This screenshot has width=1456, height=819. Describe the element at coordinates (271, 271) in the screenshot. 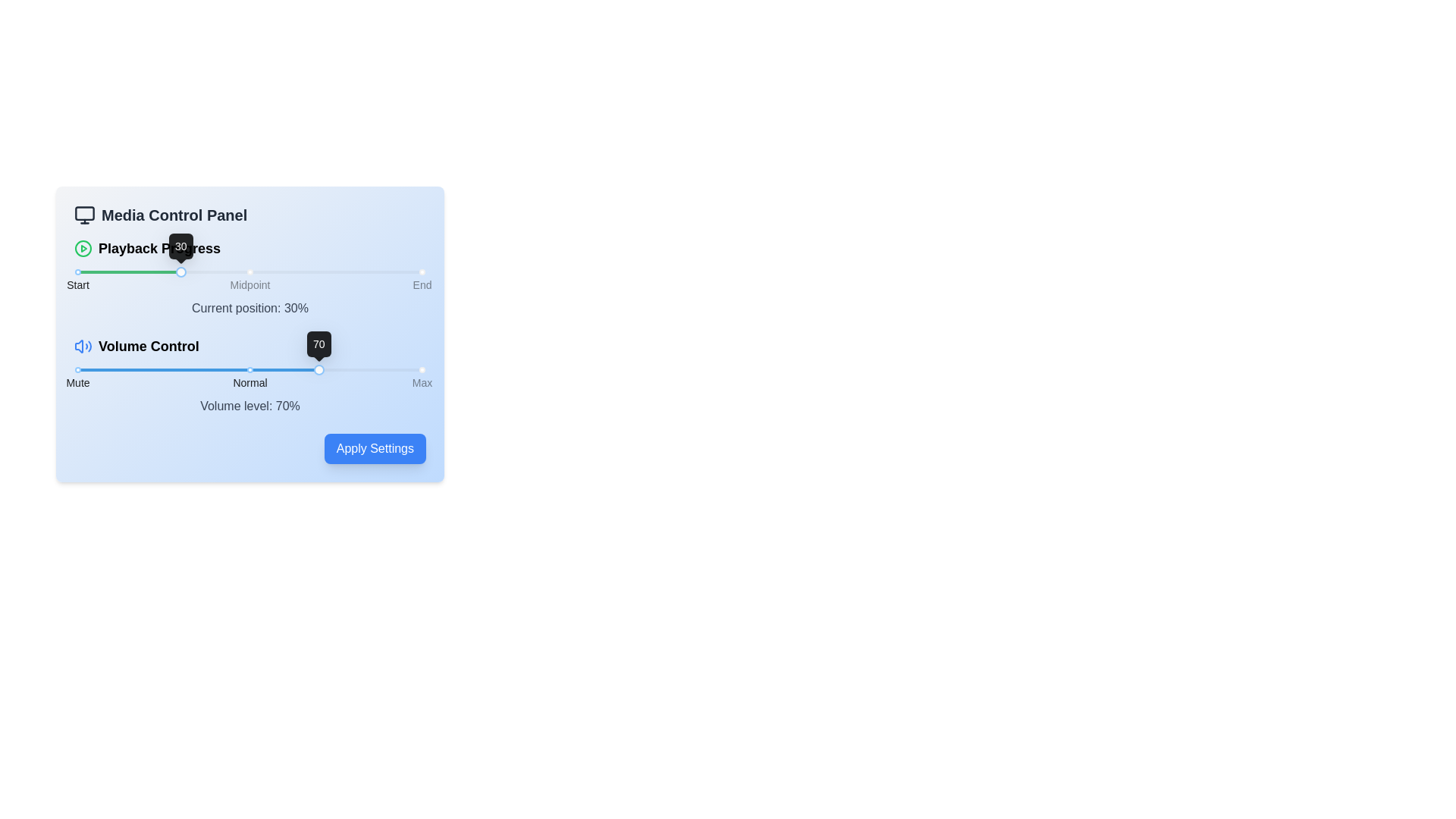

I see `playback progress` at that location.